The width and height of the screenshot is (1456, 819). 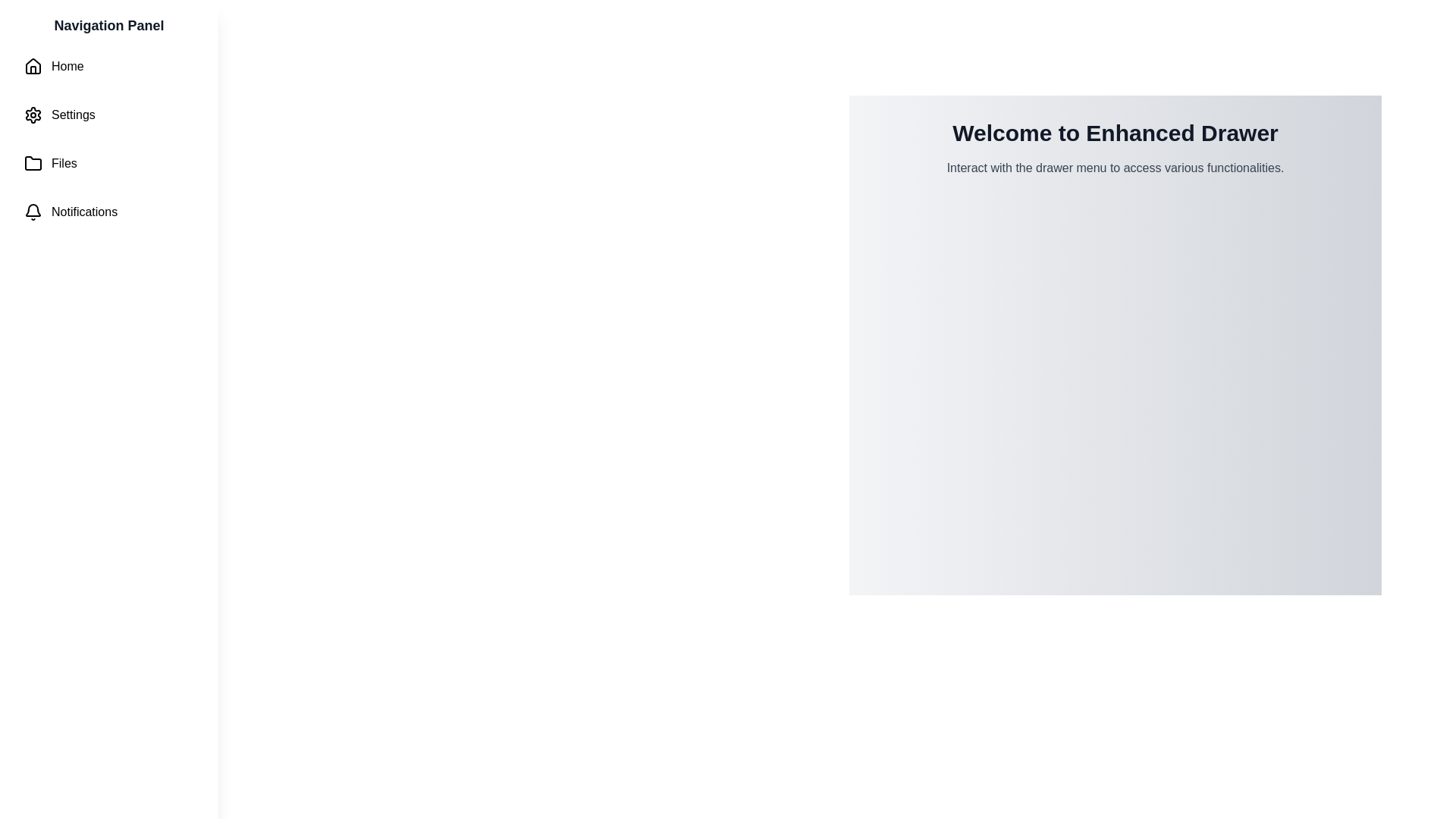 I want to click on to select the 'Settings' option, identified by the text label displaying 'Settings' in the left-hand navigation panel, positioned under 'Home' and above 'Files', so click(x=72, y=114).